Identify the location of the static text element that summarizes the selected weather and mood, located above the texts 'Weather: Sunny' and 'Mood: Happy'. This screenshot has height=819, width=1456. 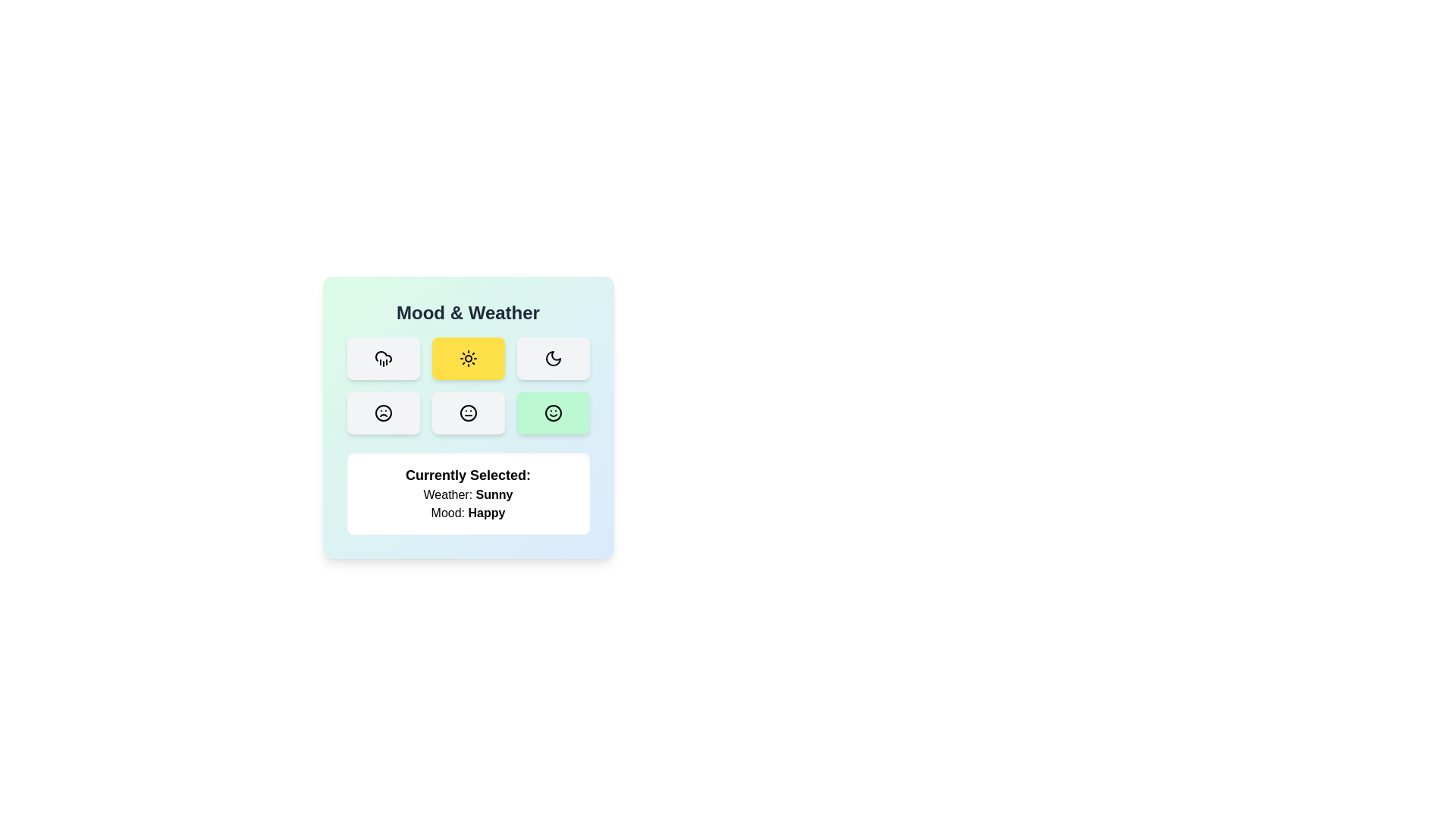
(467, 475).